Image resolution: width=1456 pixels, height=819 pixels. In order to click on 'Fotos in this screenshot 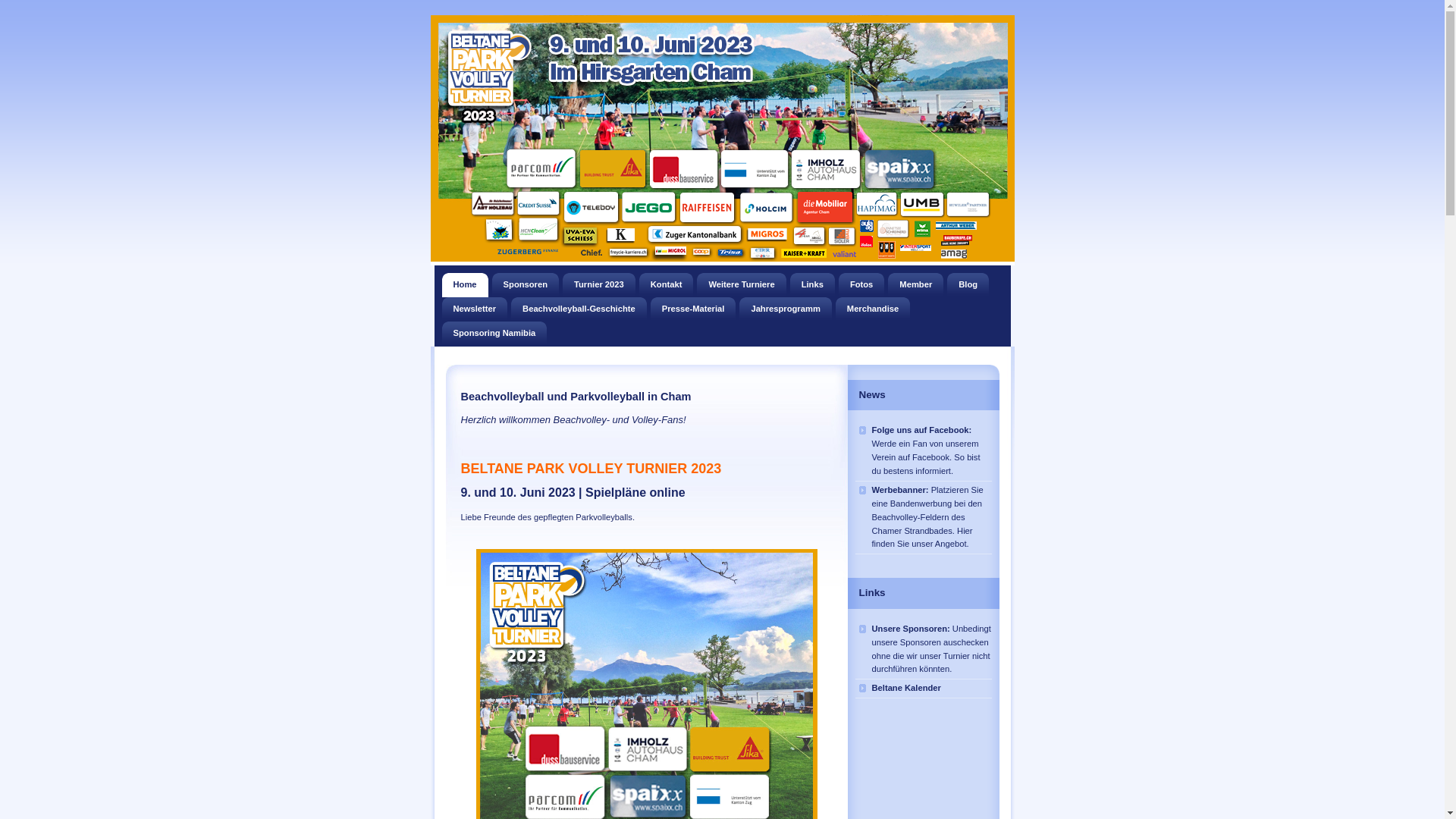, I will do `click(861, 284)`.